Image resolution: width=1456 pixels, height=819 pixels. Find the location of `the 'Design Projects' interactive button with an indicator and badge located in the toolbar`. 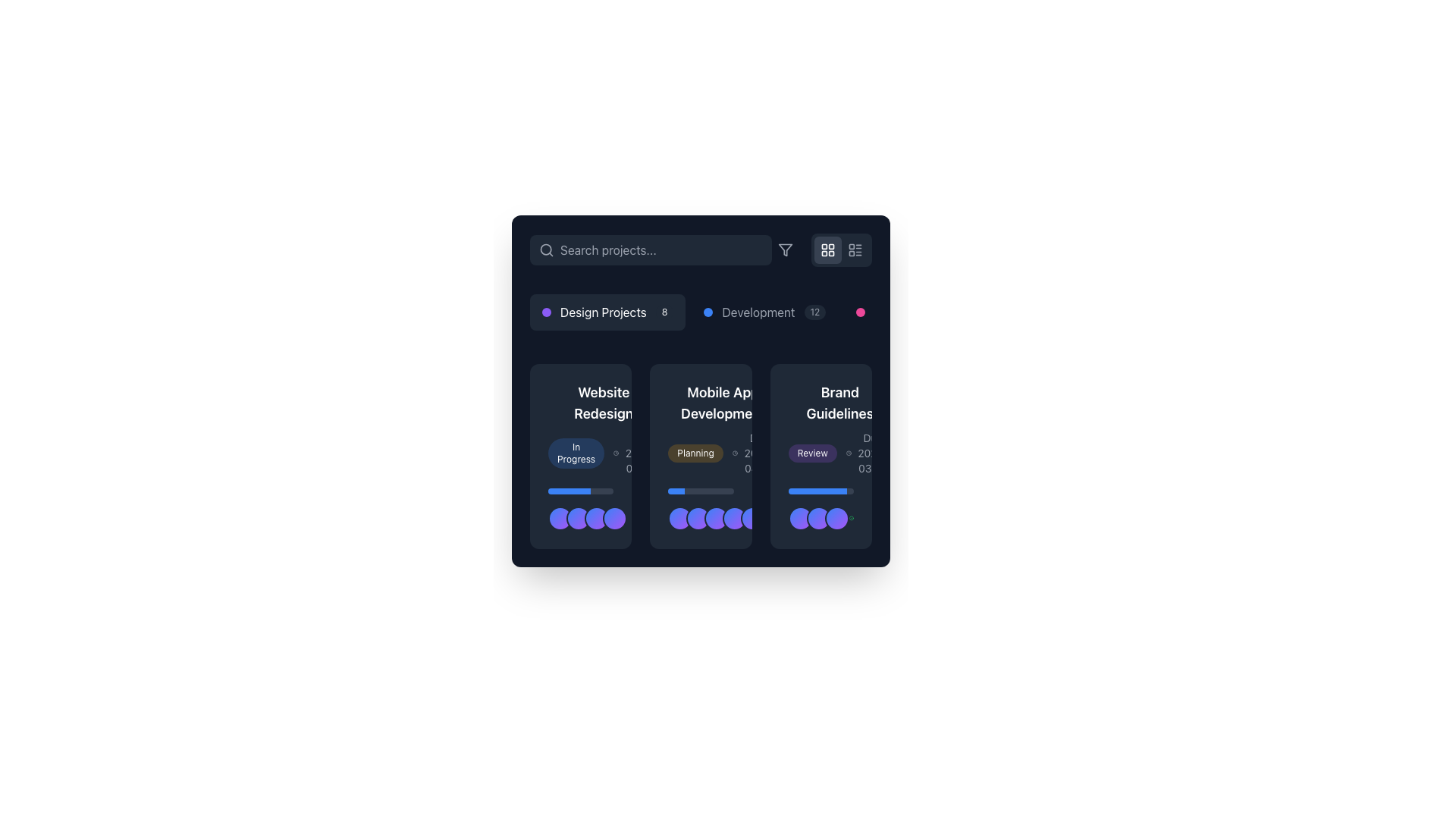

the 'Design Projects' interactive button with an indicator and badge located in the toolbar is located at coordinates (607, 312).